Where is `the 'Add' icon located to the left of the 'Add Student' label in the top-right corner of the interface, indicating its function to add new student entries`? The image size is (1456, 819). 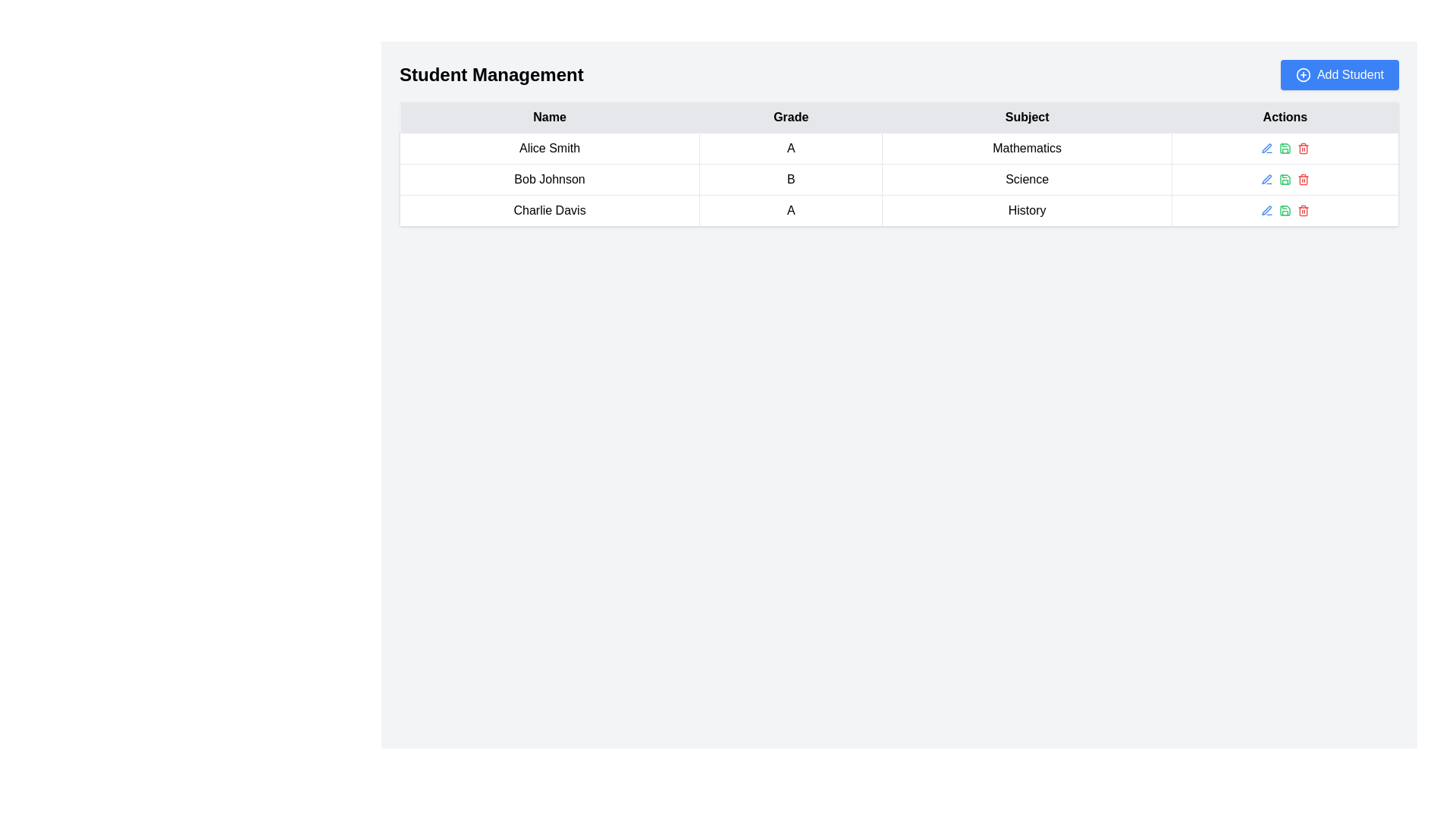
the 'Add' icon located to the left of the 'Add Student' label in the top-right corner of the interface, indicating its function to add new student entries is located at coordinates (1302, 75).